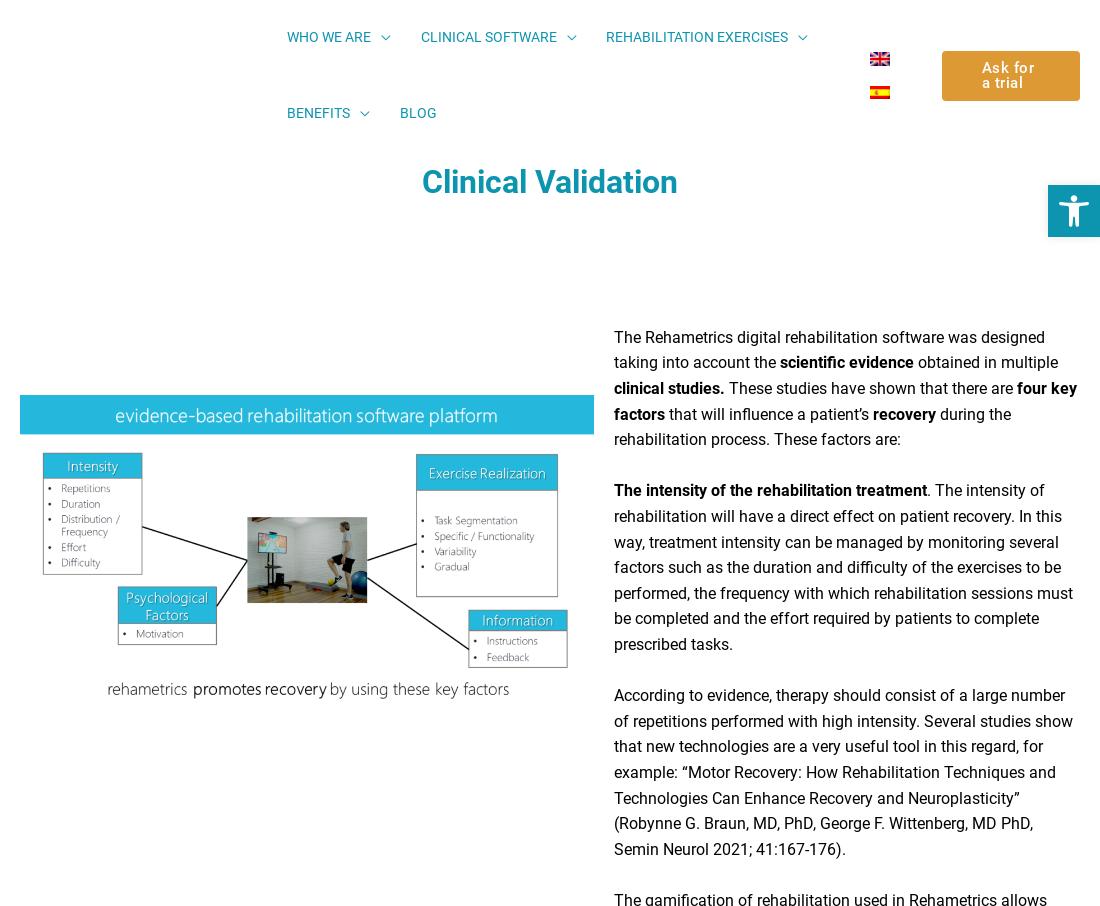 The width and height of the screenshot is (1100, 906). What do you see at coordinates (668, 395) in the screenshot?
I see `'clinical studies.'` at bounding box center [668, 395].